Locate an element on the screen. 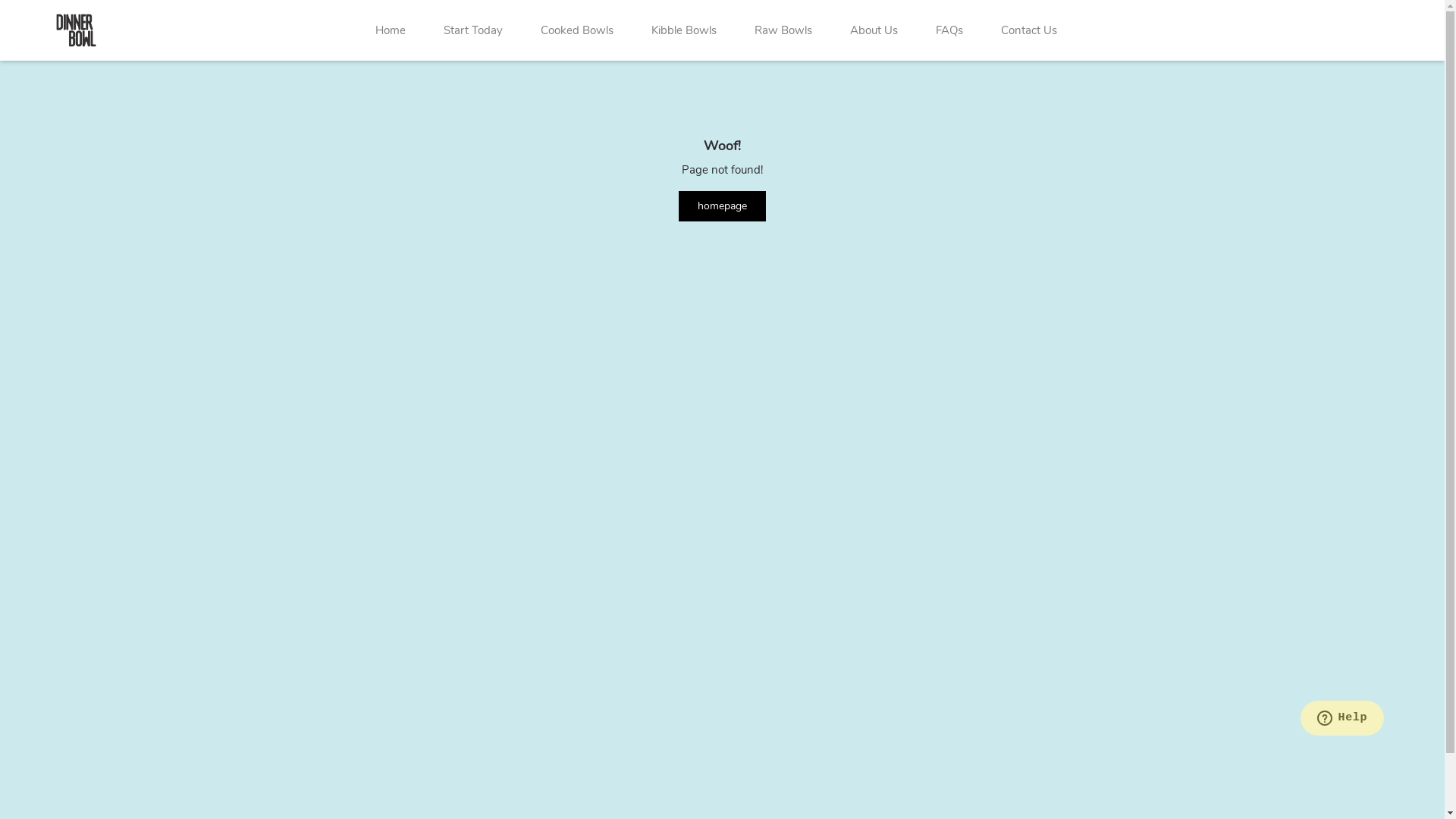 This screenshot has height=819, width=1456. 'Kibble Bowls' is located at coordinates (683, 30).